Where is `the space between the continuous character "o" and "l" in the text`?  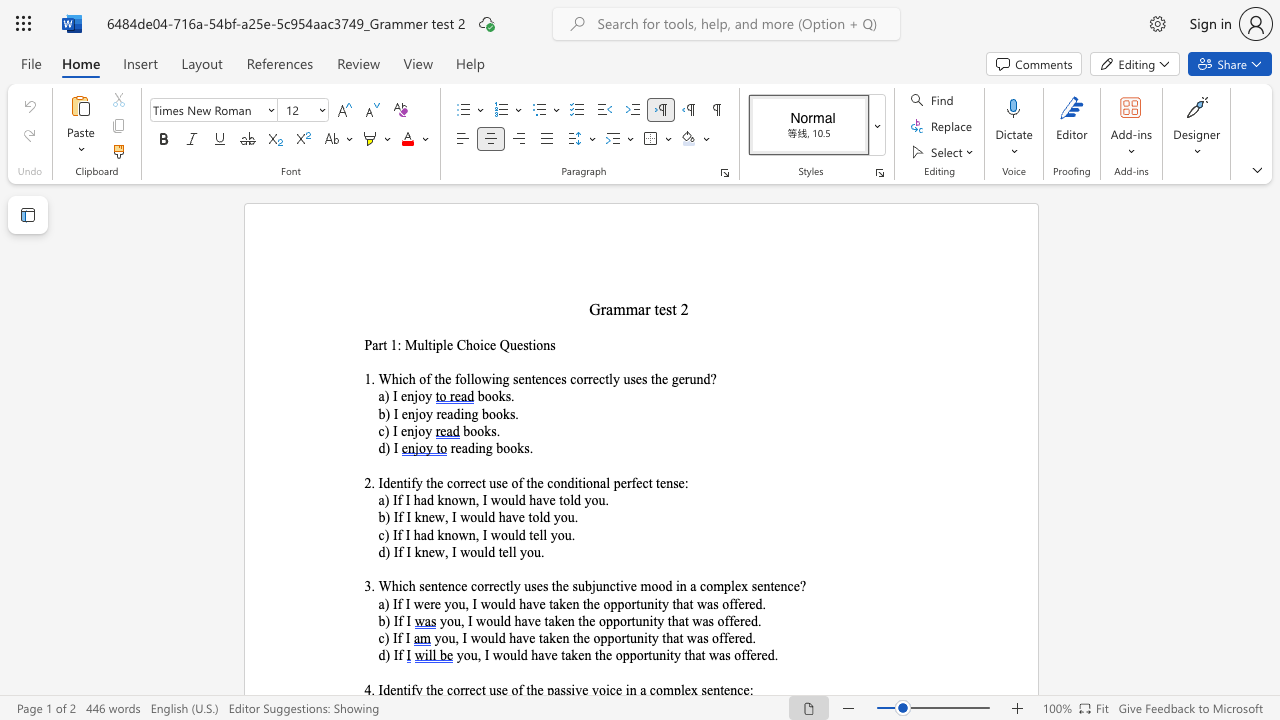
the space between the continuous character "o" and "l" in the text is located at coordinates (464, 379).